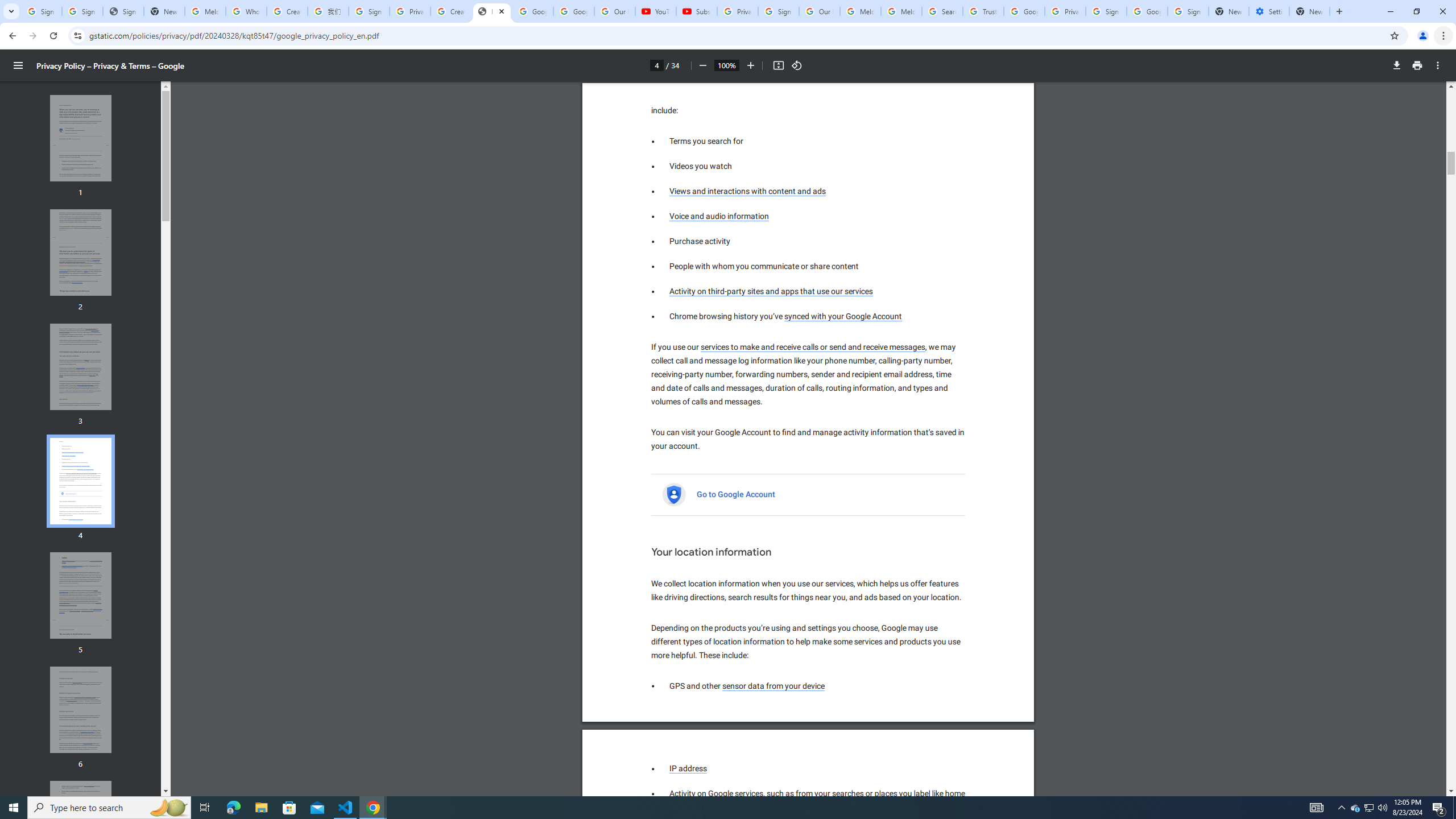  Describe the element at coordinates (81, 138) in the screenshot. I see `'Thumbnail for page 1'` at that location.